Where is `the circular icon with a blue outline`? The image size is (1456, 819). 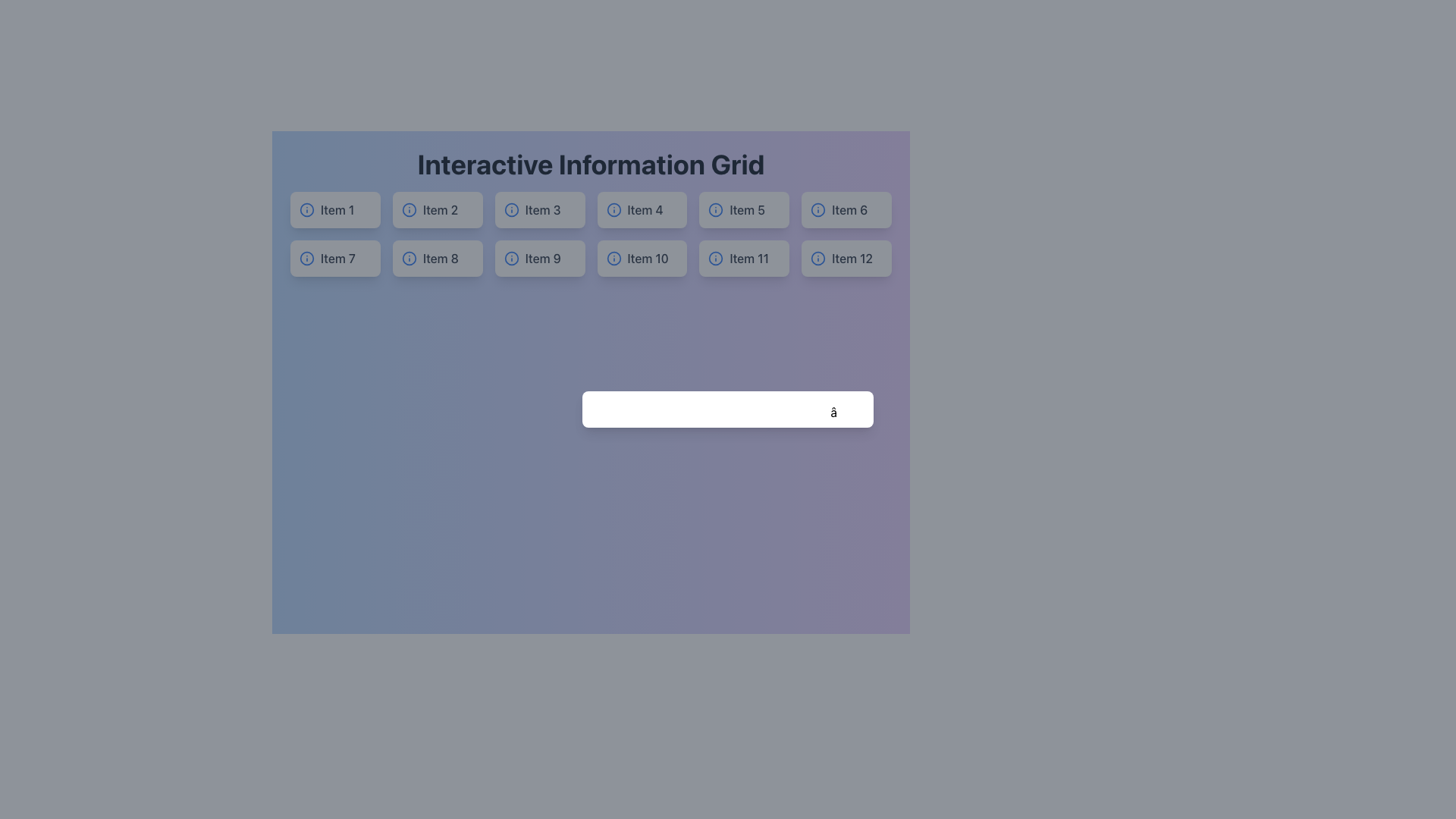 the circular icon with a blue outline is located at coordinates (715, 257).